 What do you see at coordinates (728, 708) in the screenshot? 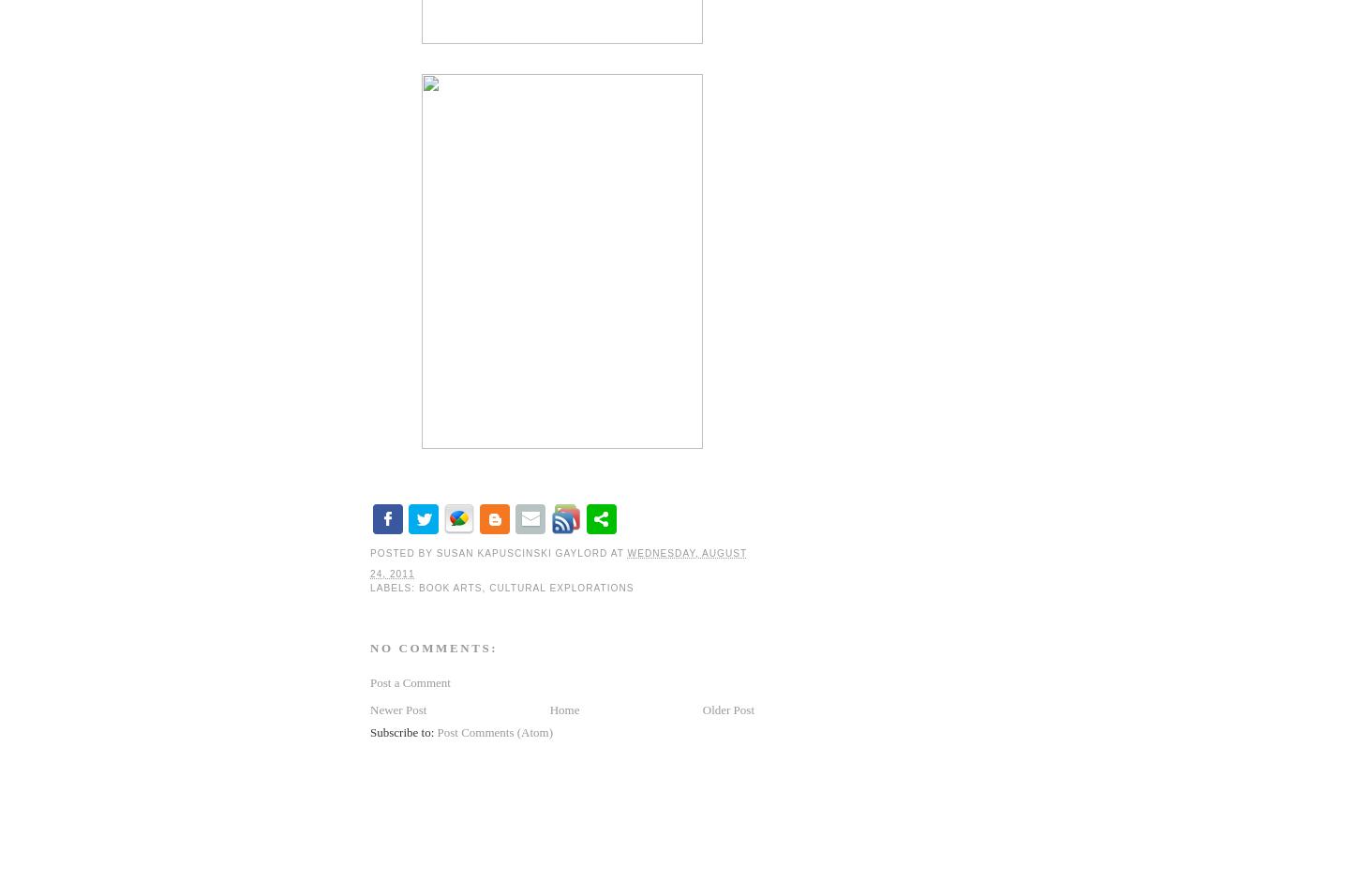
I see `'Older Post'` at bounding box center [728, 708].